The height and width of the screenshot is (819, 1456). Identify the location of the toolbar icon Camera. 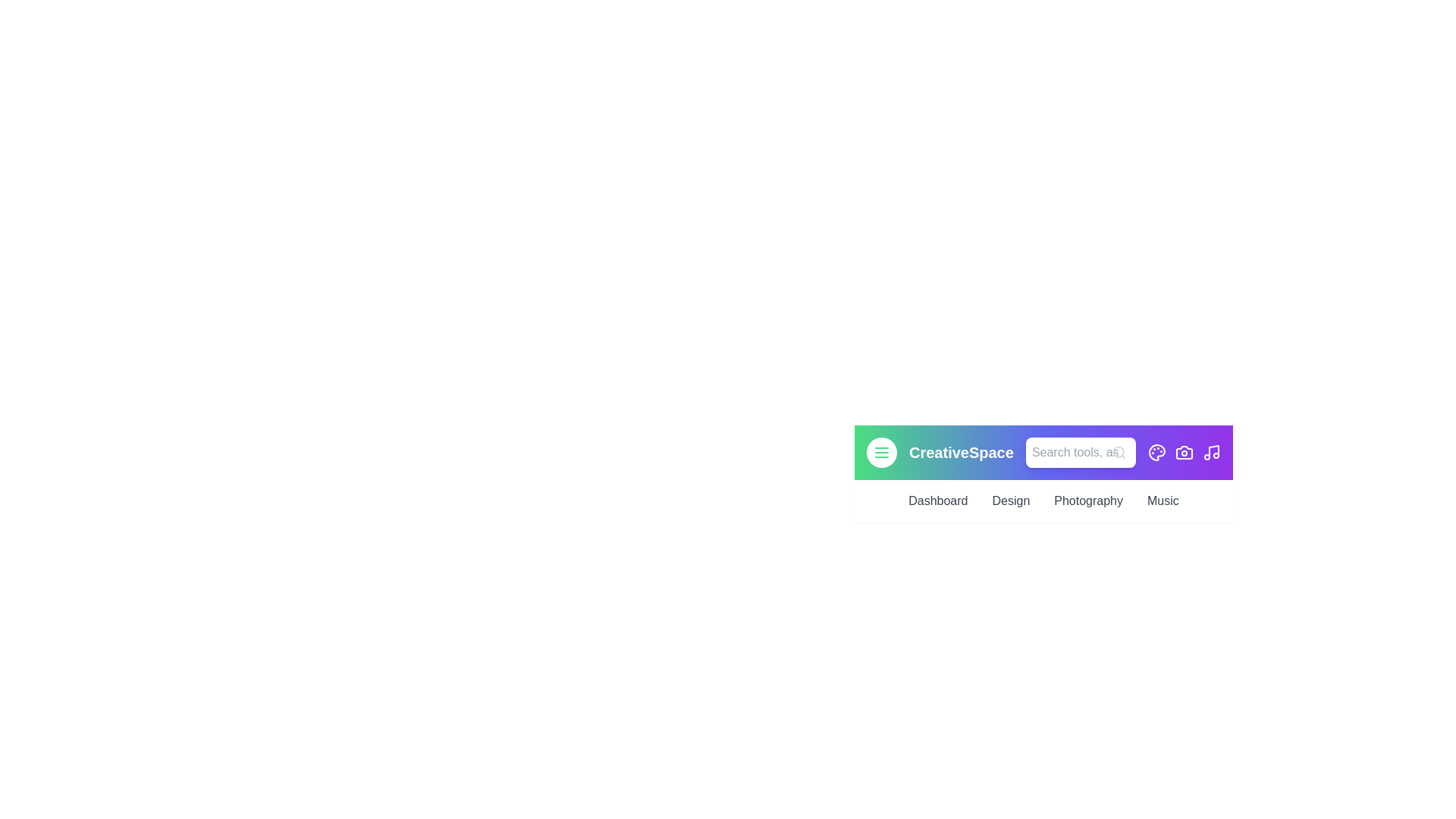
(1183, 452).